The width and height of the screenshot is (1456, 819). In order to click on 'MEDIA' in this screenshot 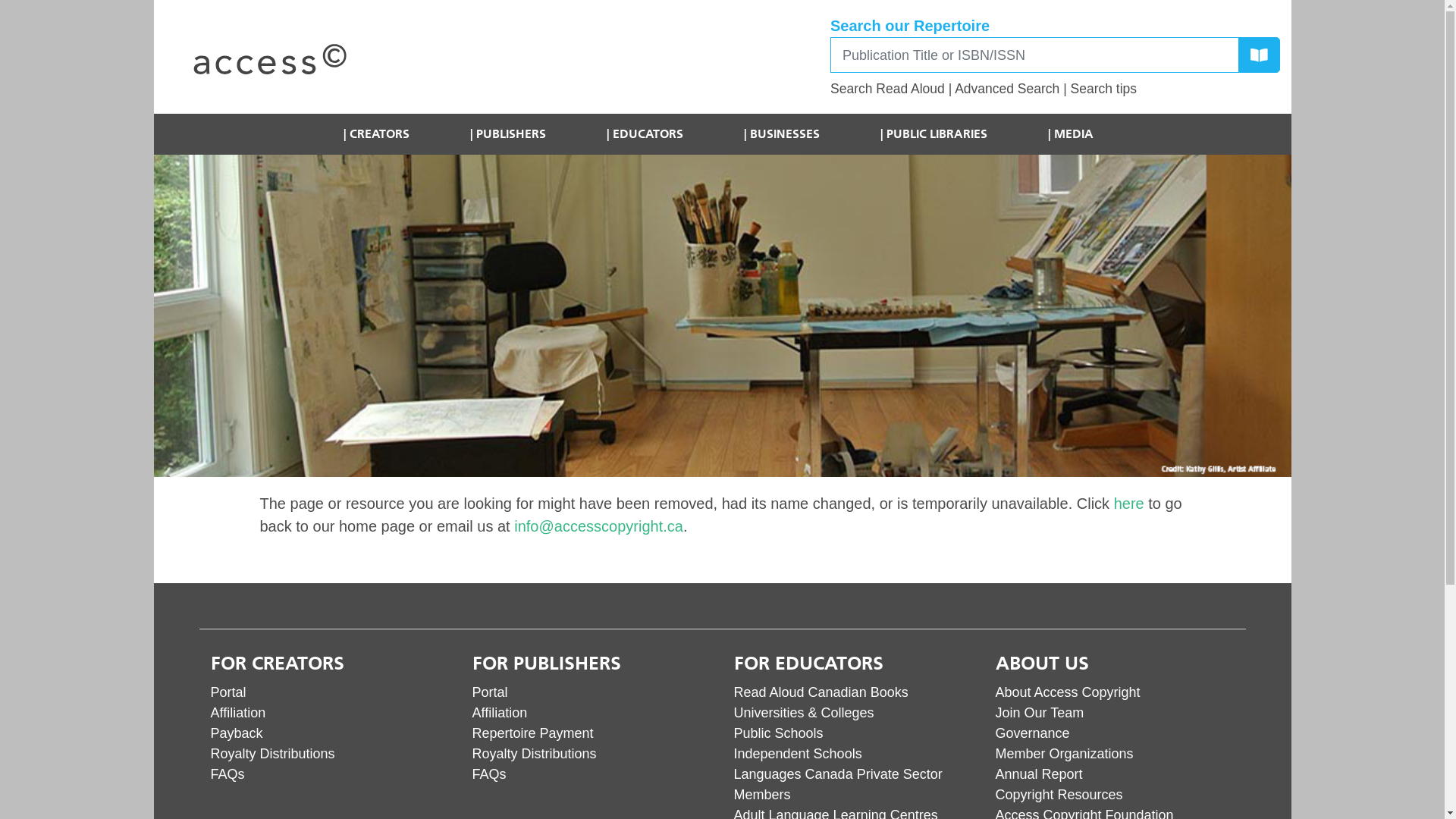, I will do `click(1069, 133)`.